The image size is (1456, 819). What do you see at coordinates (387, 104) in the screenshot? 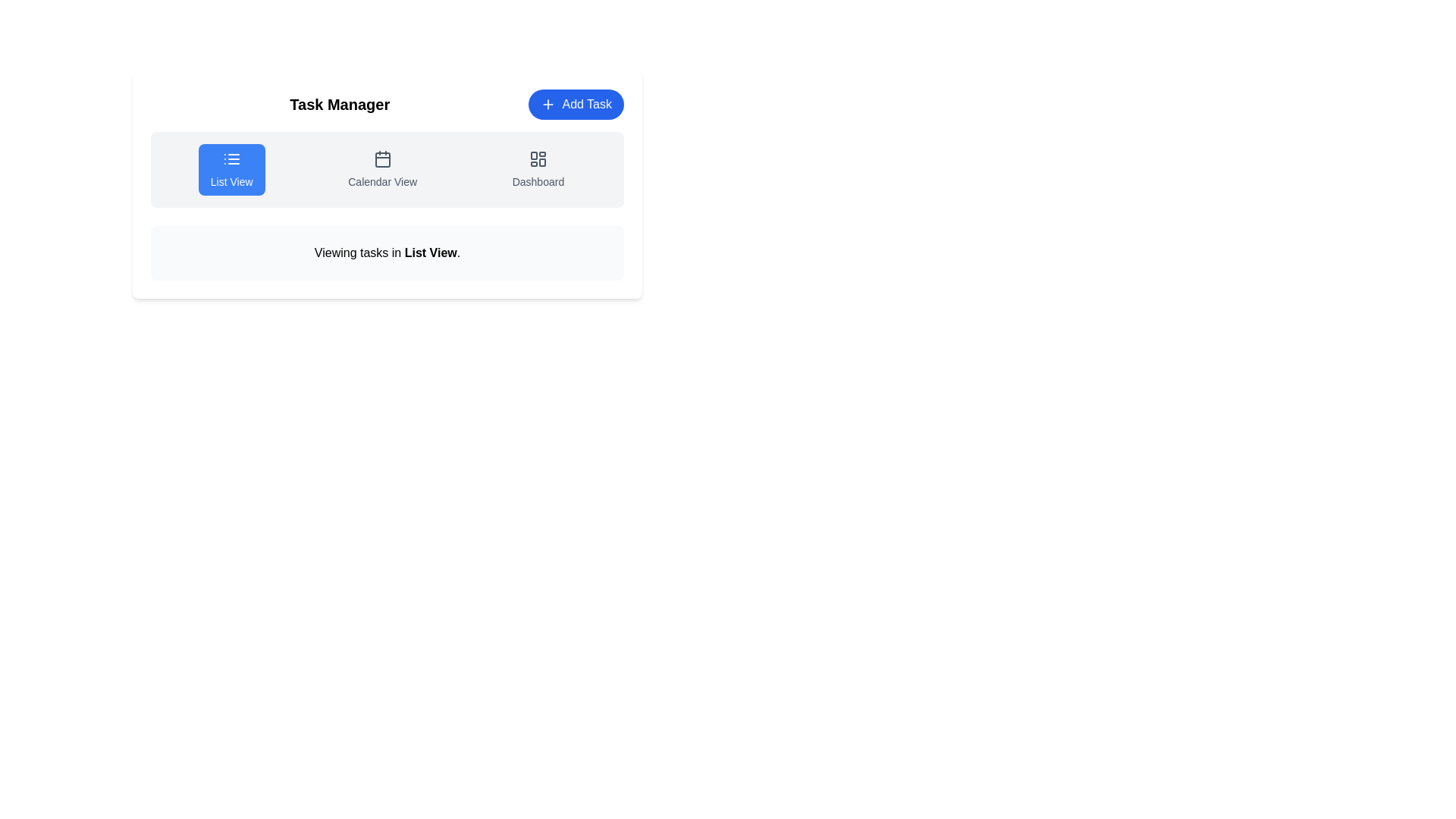
I see `the 'Task Manager' text in the header section of the task management panel` at bounding box center [387, 104].